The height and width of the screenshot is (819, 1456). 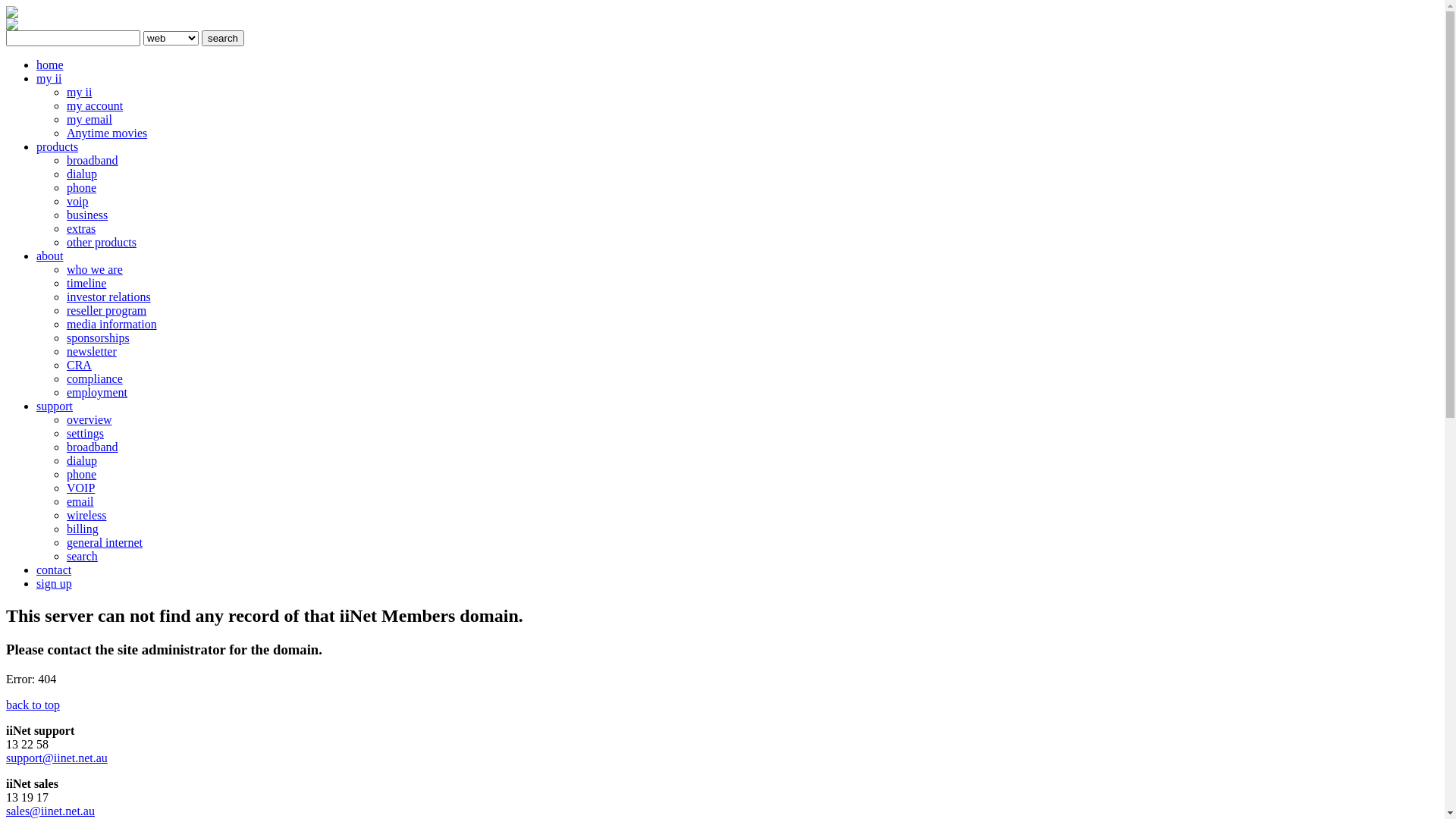 I want to click on 'timeline', so click(x=65, y=283).